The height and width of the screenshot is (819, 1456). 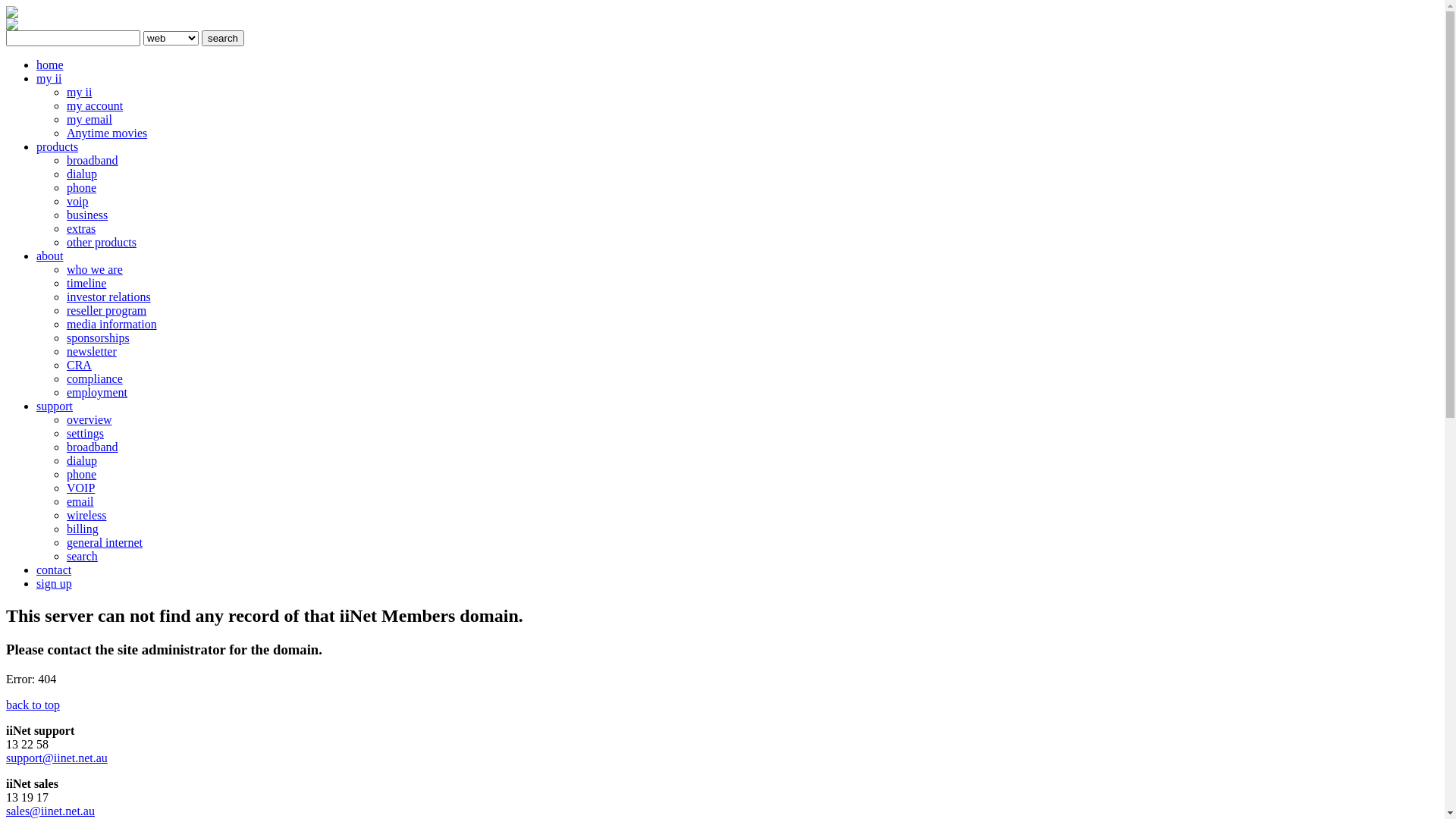 I want to click on 'timeline', so click(x=65, y=283).